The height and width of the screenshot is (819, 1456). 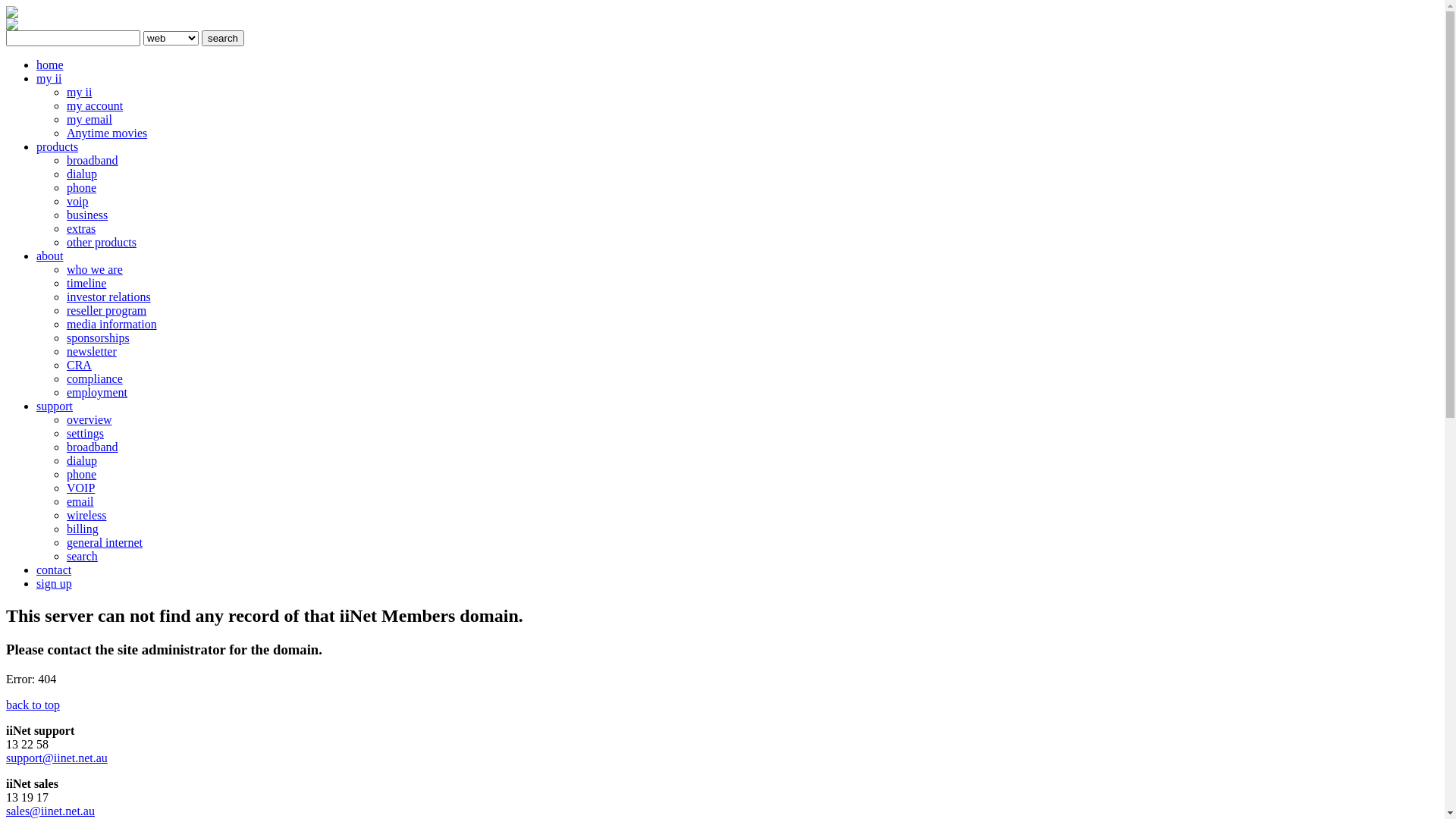 I want to click on 'timeline', so click(x=65, y=283).